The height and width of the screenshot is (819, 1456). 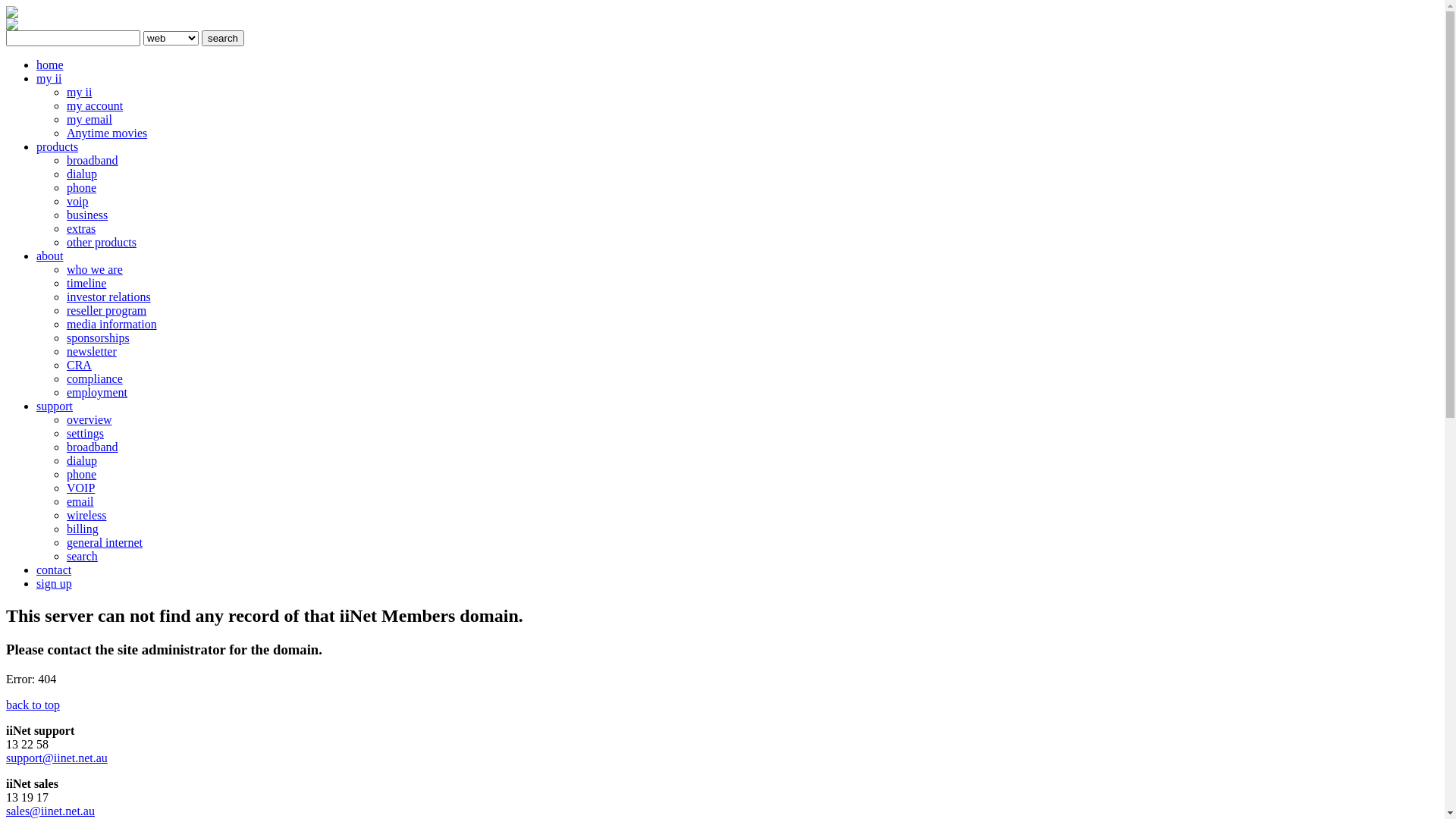 I want to click on 'timeline', so click(x=65, y=283).